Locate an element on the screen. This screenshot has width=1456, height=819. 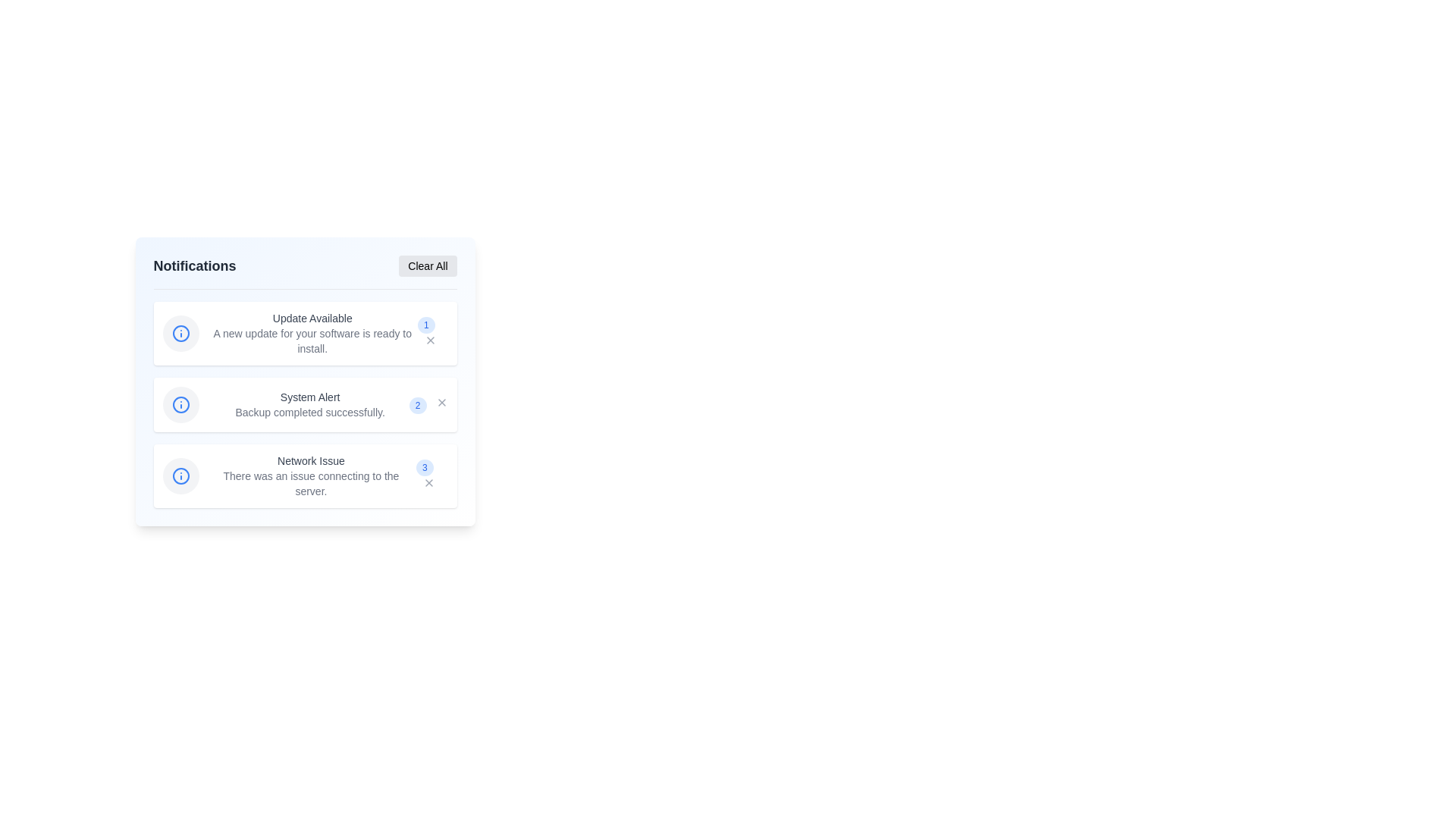
the innermost circular shape of the graphical icon located to the left of the text content within the notification item is located at coordinates (180, 475).